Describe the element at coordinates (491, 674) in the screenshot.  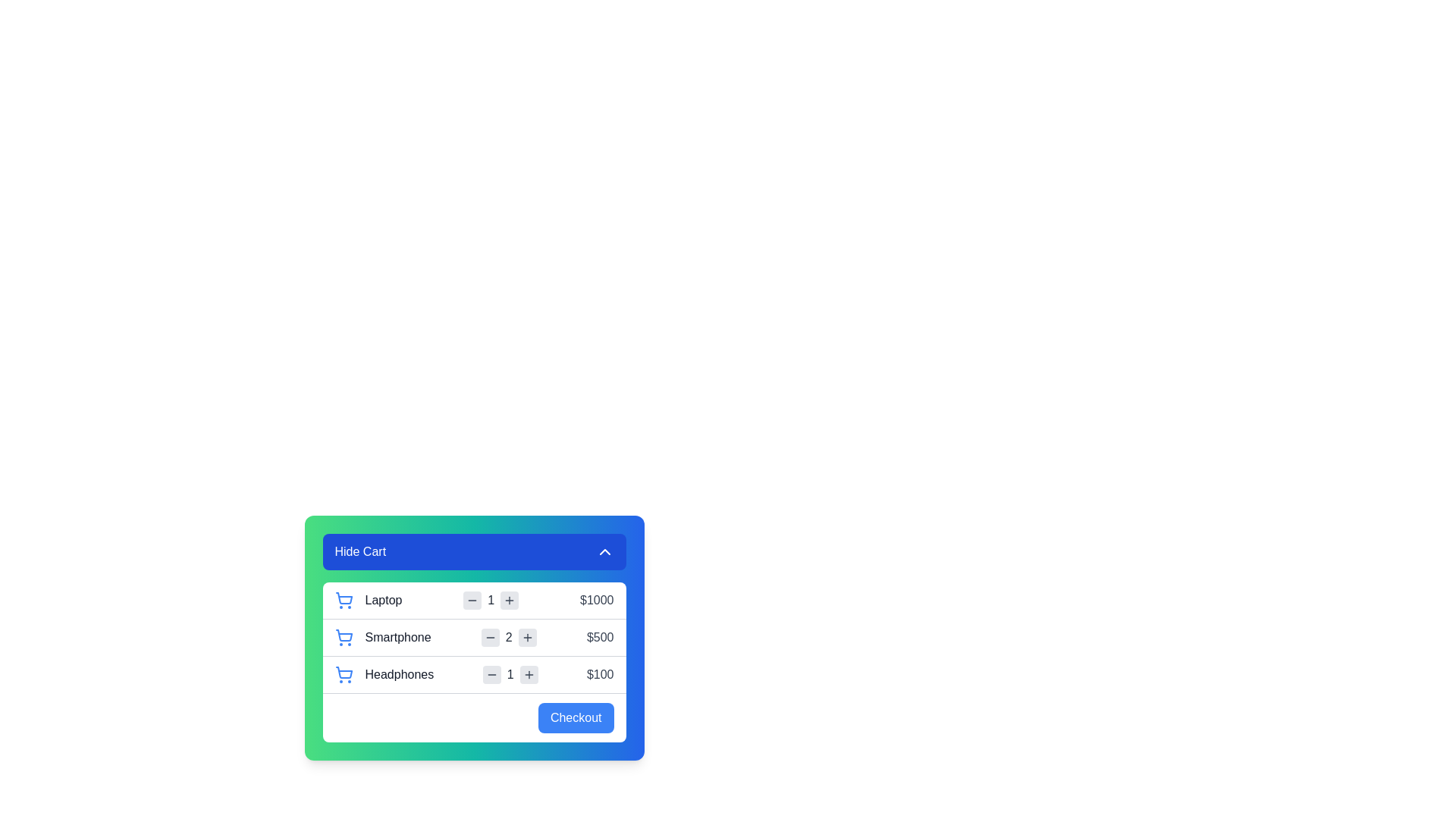
I see `the decrement button in the 'Headphones' row of the shopping cart to change its background color` at that location.